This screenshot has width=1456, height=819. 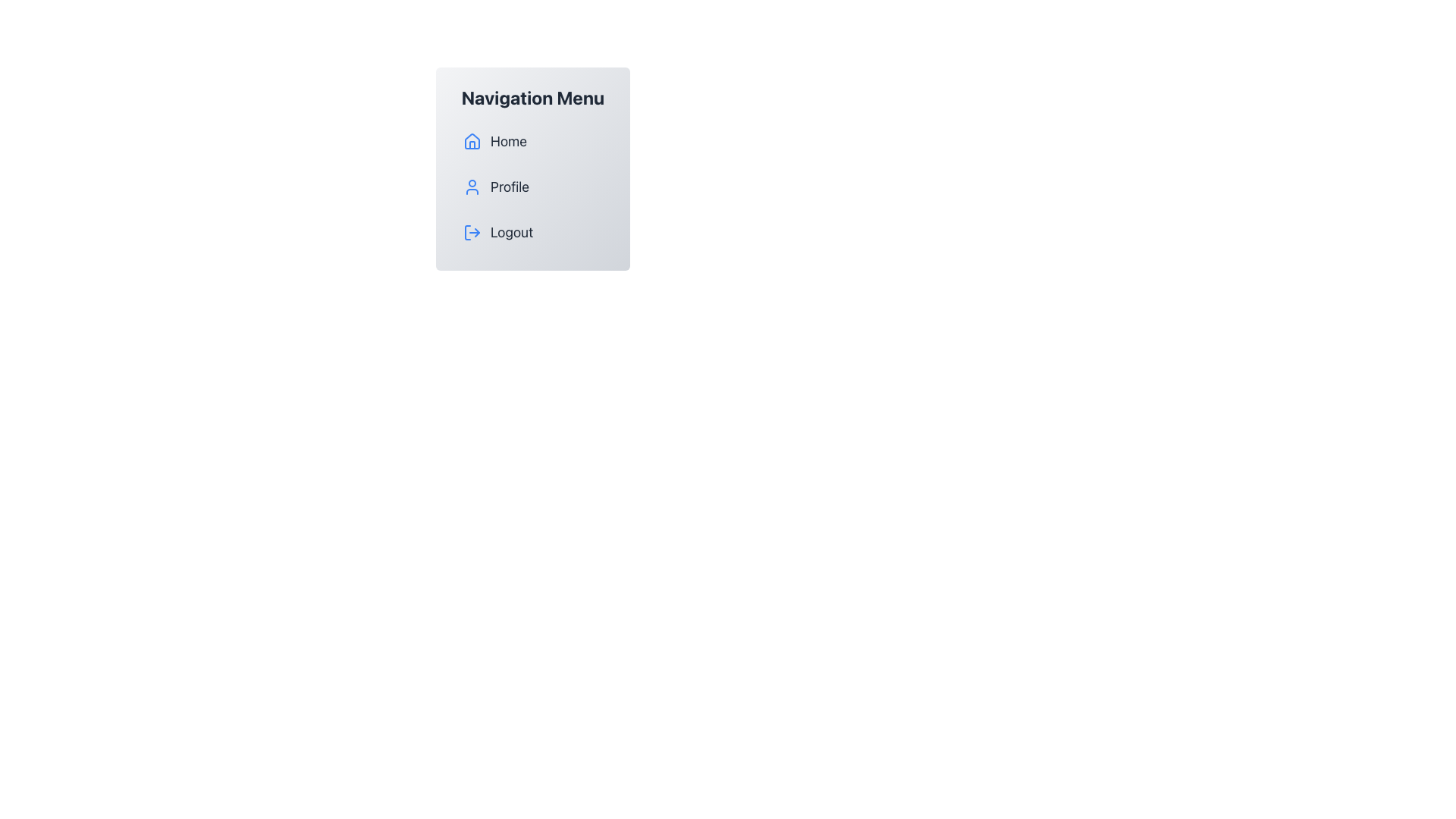 I want to click on the logout icon located within the 'Logout' option of the navigation menu to interact with it, so click(x=472, y=233).